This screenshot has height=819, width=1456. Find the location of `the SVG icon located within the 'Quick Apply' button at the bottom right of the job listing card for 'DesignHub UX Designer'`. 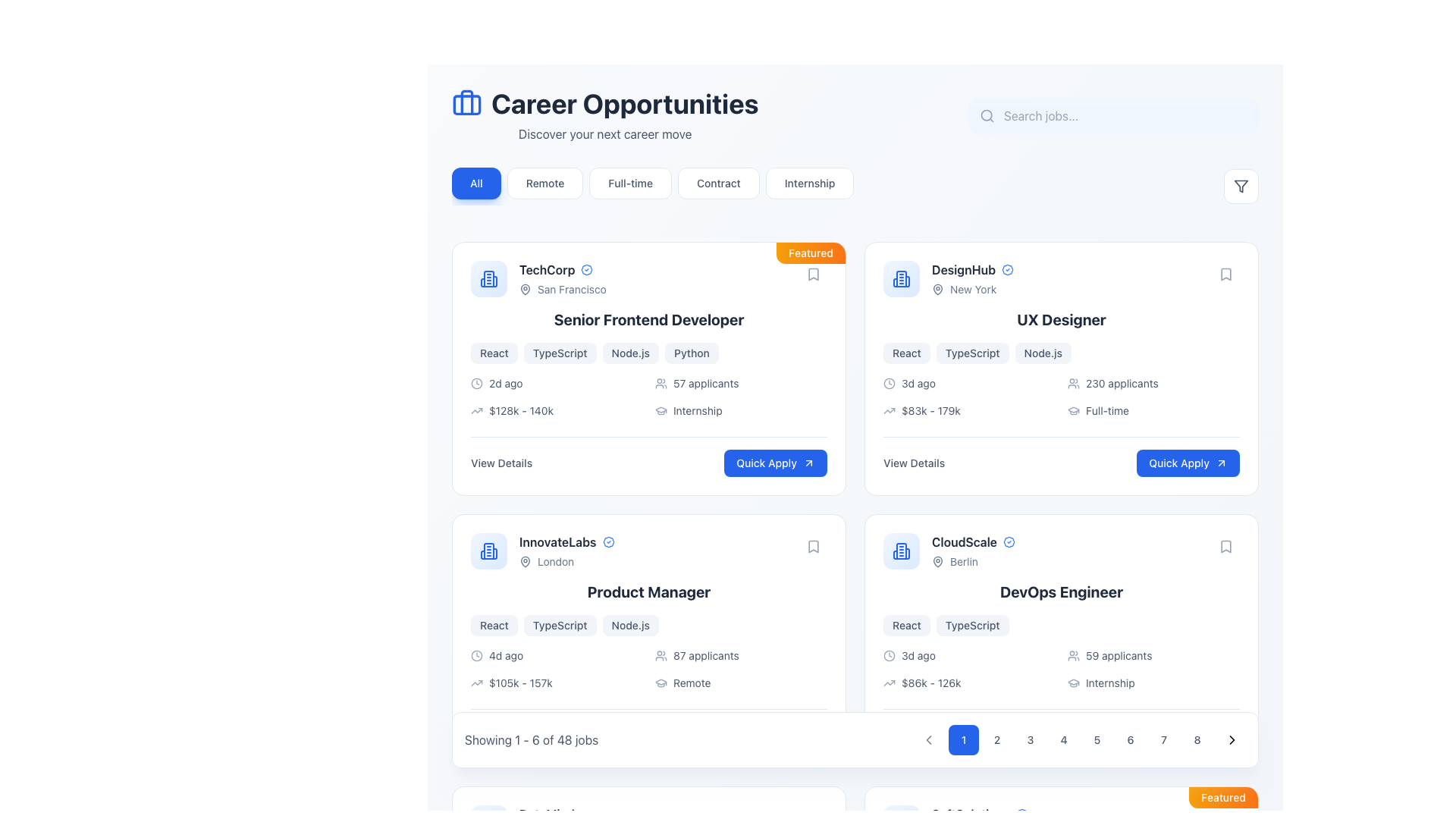

the SVG icon located within the 'Quick Apply' button at the bottom right of the job listing card for 'DesignHub UX Designer' is located at coordinates (1222, 462).